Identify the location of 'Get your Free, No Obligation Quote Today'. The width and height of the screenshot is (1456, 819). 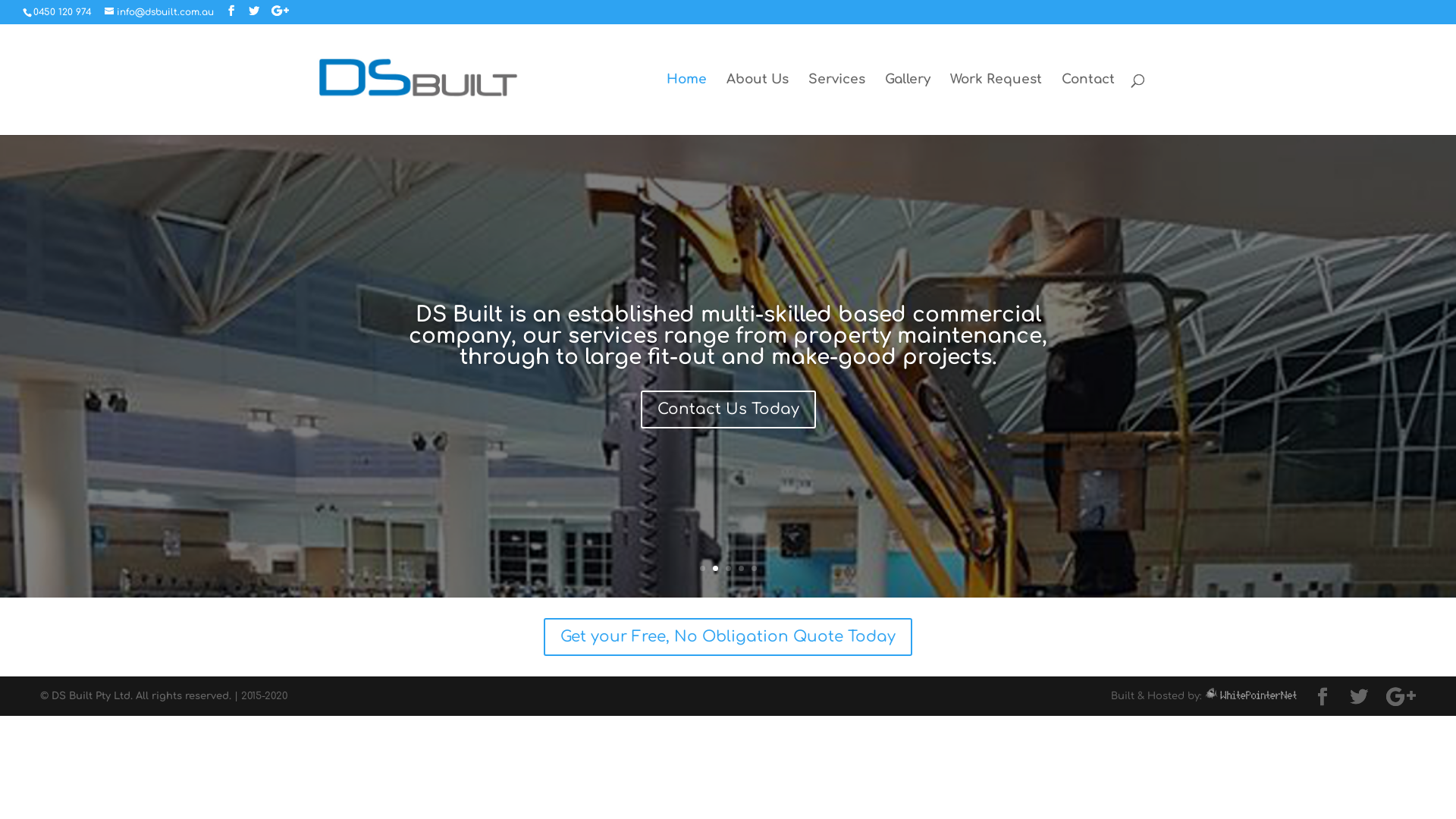
(728, 637).